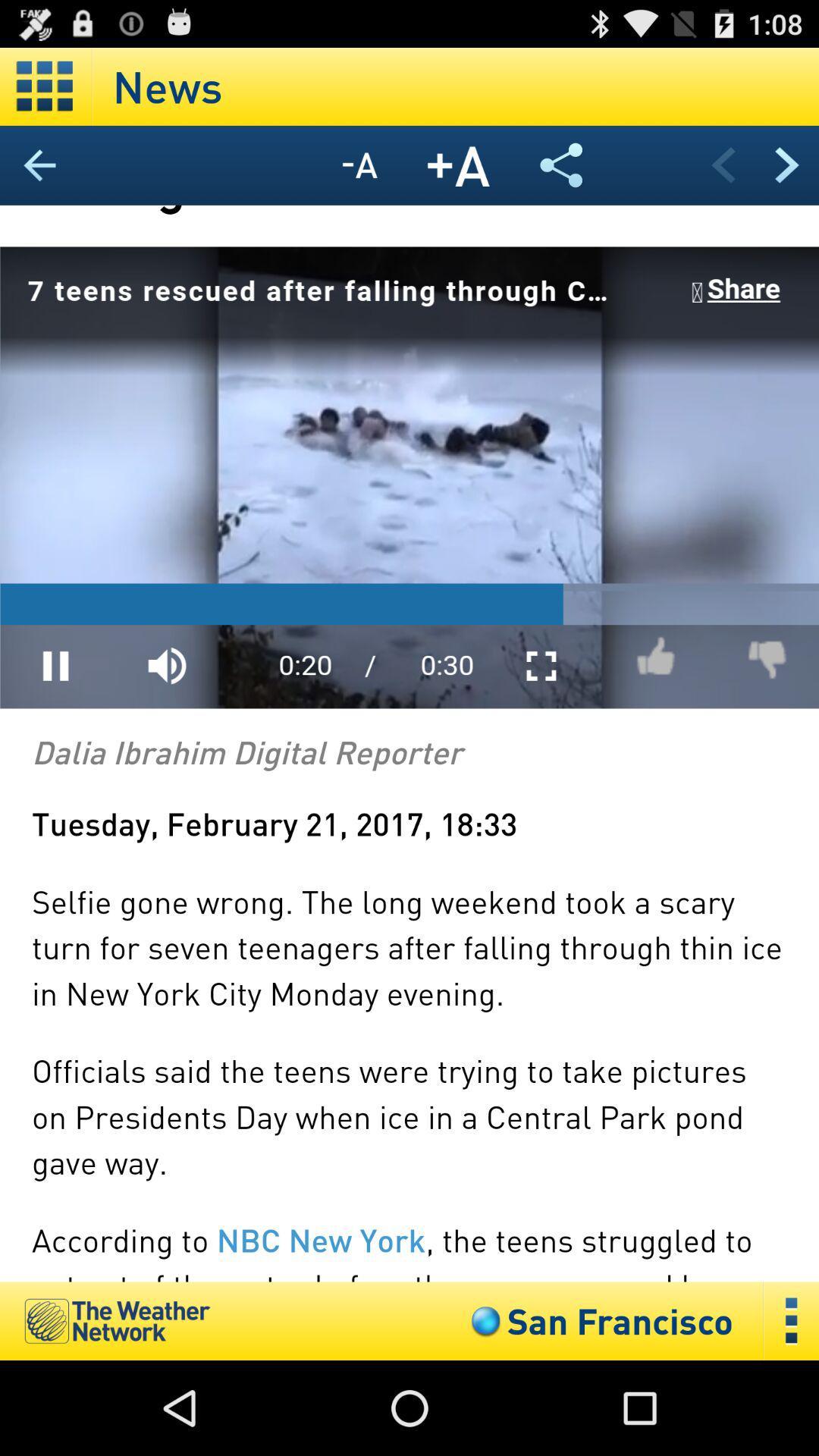 The image size is (819, 1456). Describe the element at coordinates (791, 1320) in the screenshot. I see `more options` at that location.